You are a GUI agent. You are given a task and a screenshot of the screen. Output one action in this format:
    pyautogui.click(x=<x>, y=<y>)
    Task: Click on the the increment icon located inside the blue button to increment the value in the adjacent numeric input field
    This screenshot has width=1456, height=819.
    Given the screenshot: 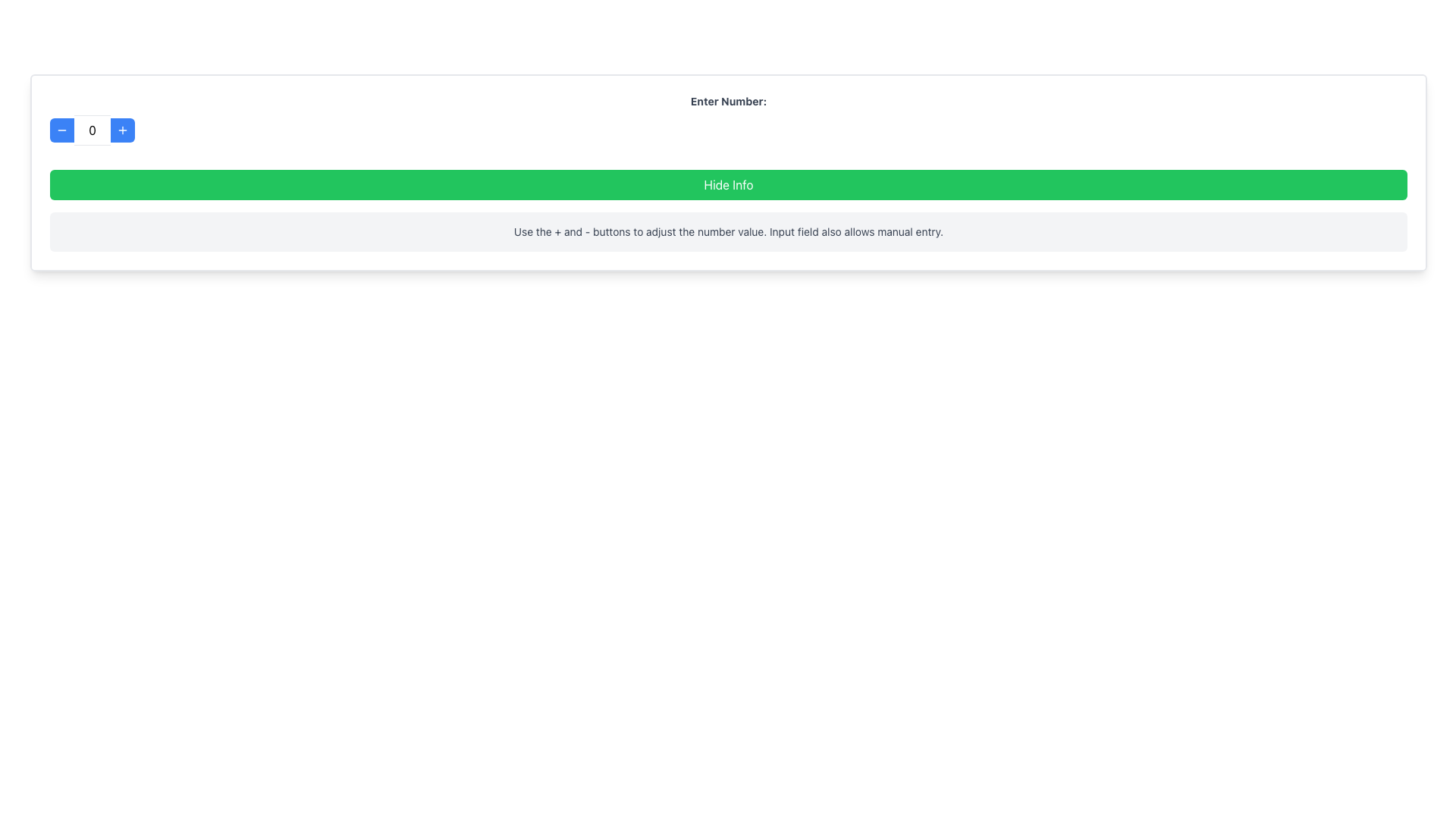 What is the action you would take?
    pyautogui.click(x=123, y=130)
    